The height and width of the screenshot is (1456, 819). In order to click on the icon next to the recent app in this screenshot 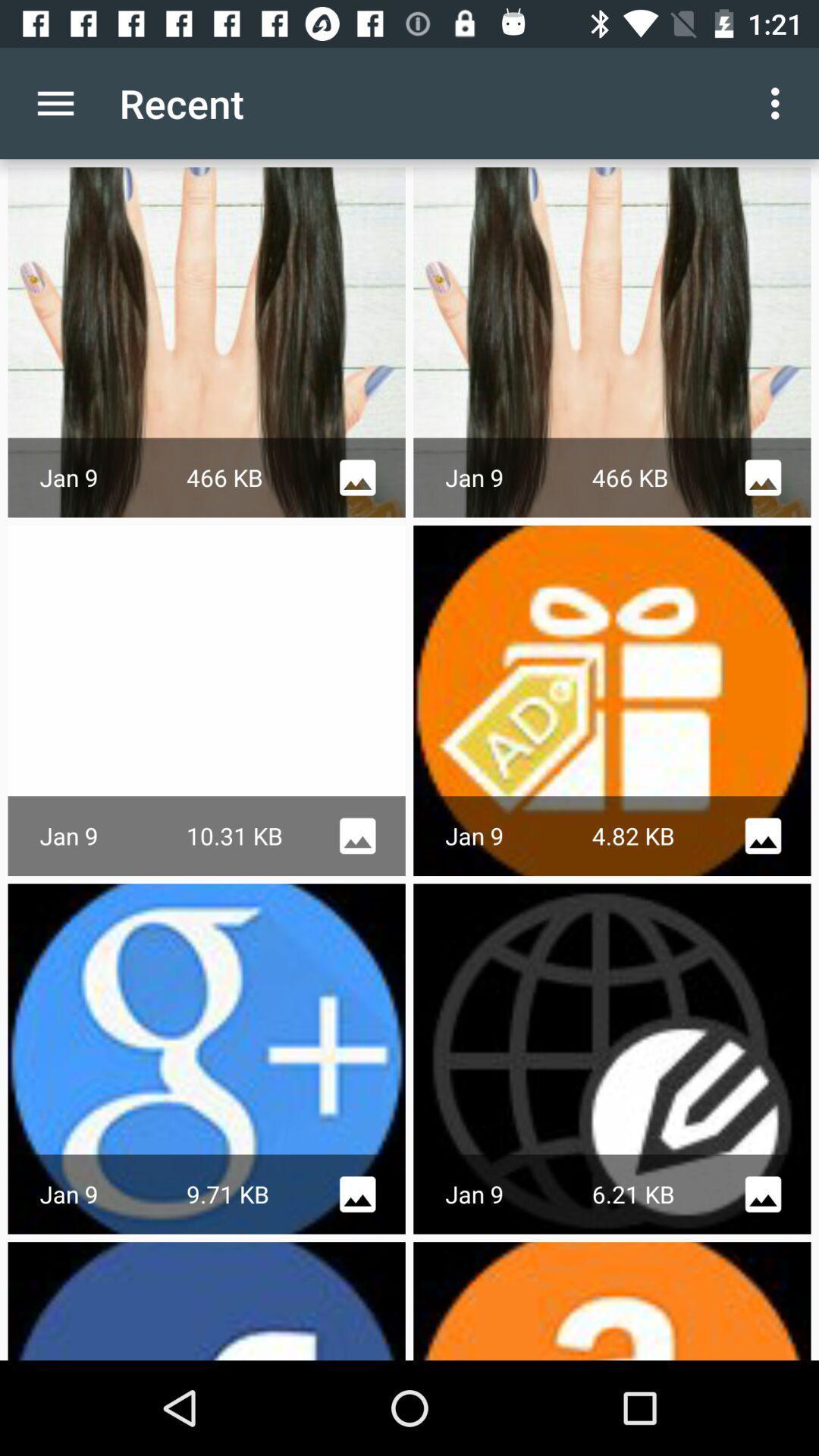, I will do `click(55, 102)`.